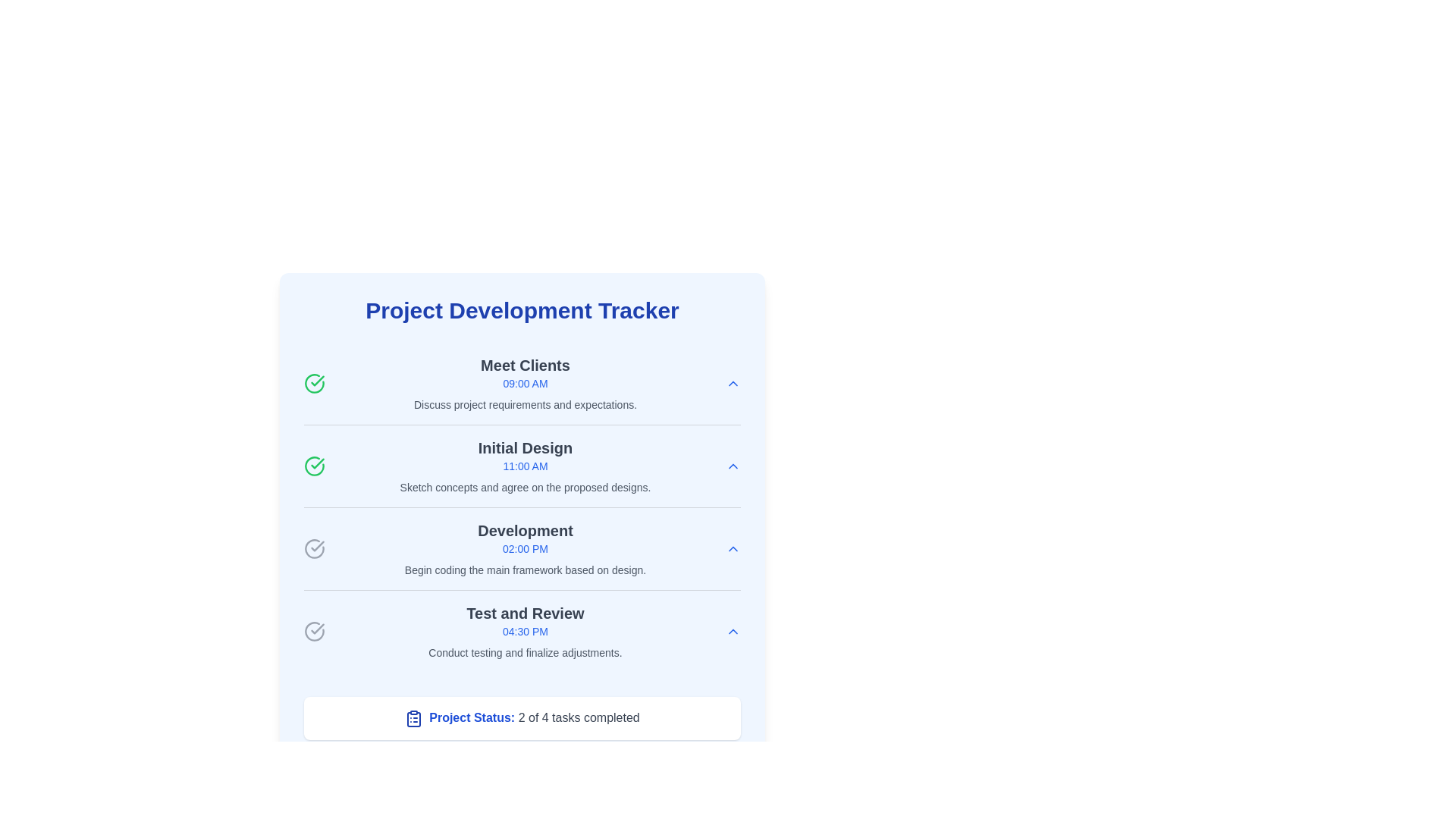 Image resolution: width=1456 pixels, height=819 pixels. Describe the element at coordinates (525, 632) in the screenshot. I see `the task item located in the fourth position of the vertical task list within the 'Project Development Tracker' section, which includes the task name, scheduled time, and description` at that location.